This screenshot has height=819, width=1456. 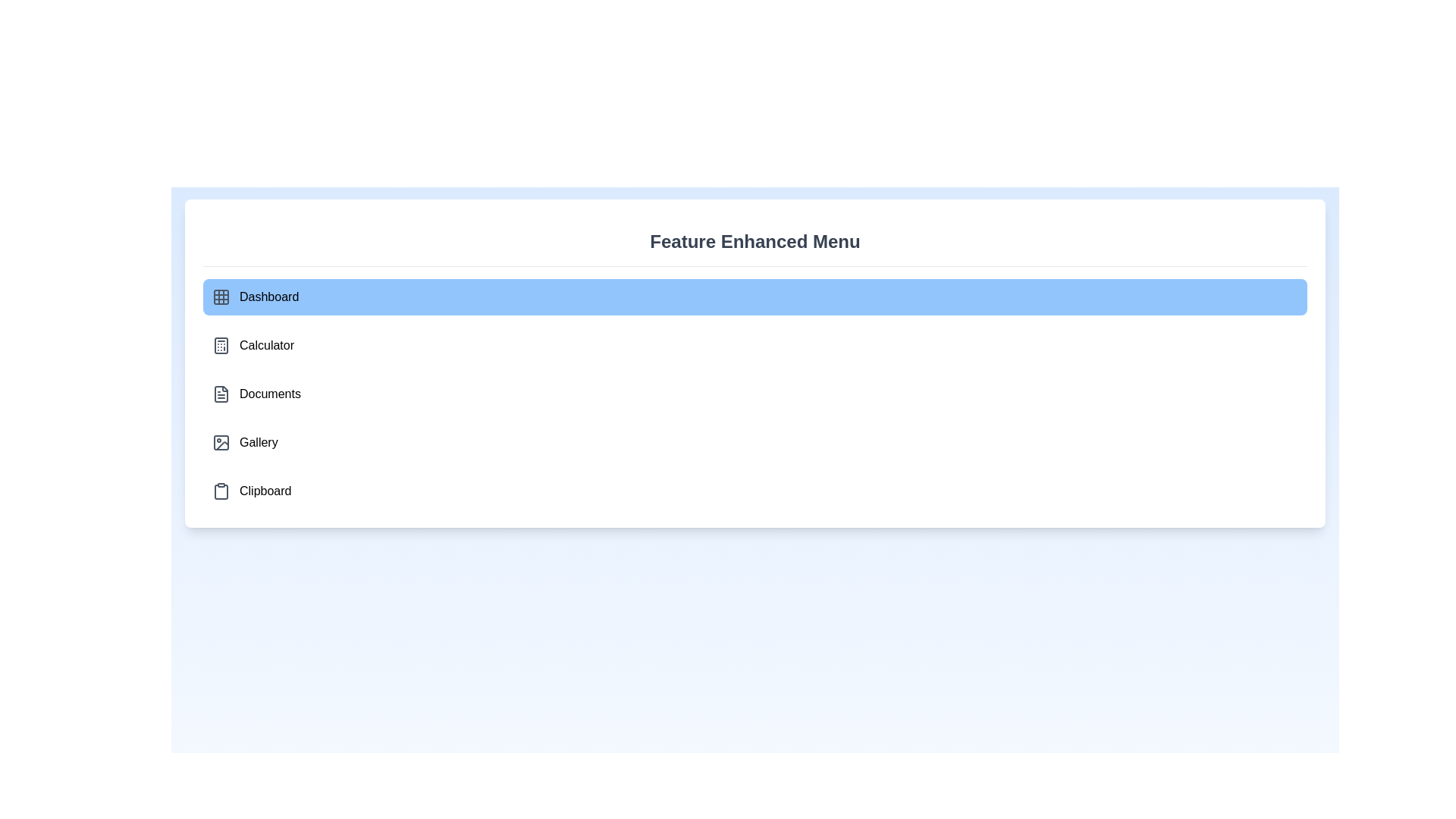 I want to click on the menu item labeled 'Dashboard' to observe its hover effect, so click(x=755, y=297).